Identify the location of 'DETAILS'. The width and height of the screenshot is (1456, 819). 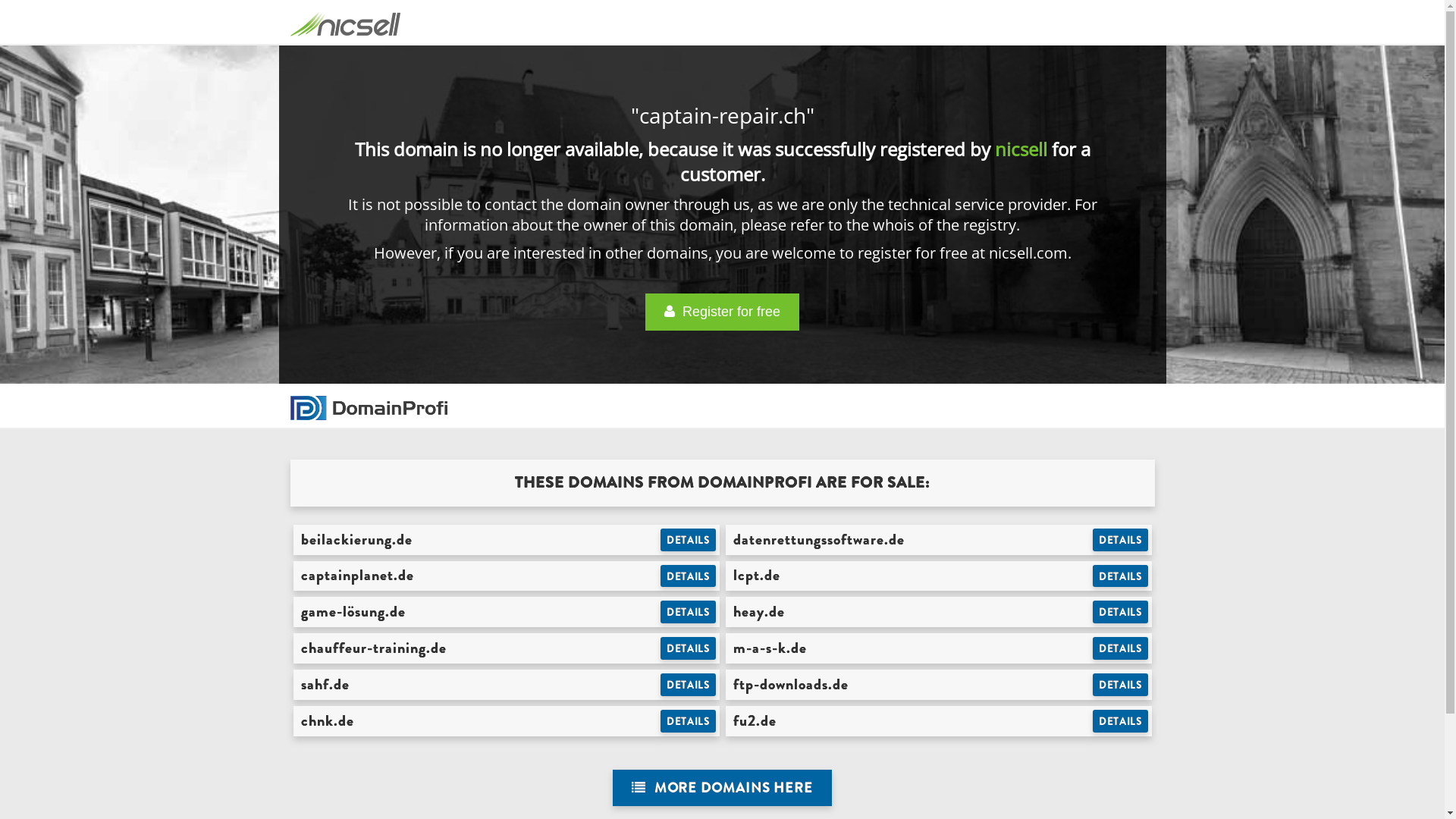
(1120, 539).